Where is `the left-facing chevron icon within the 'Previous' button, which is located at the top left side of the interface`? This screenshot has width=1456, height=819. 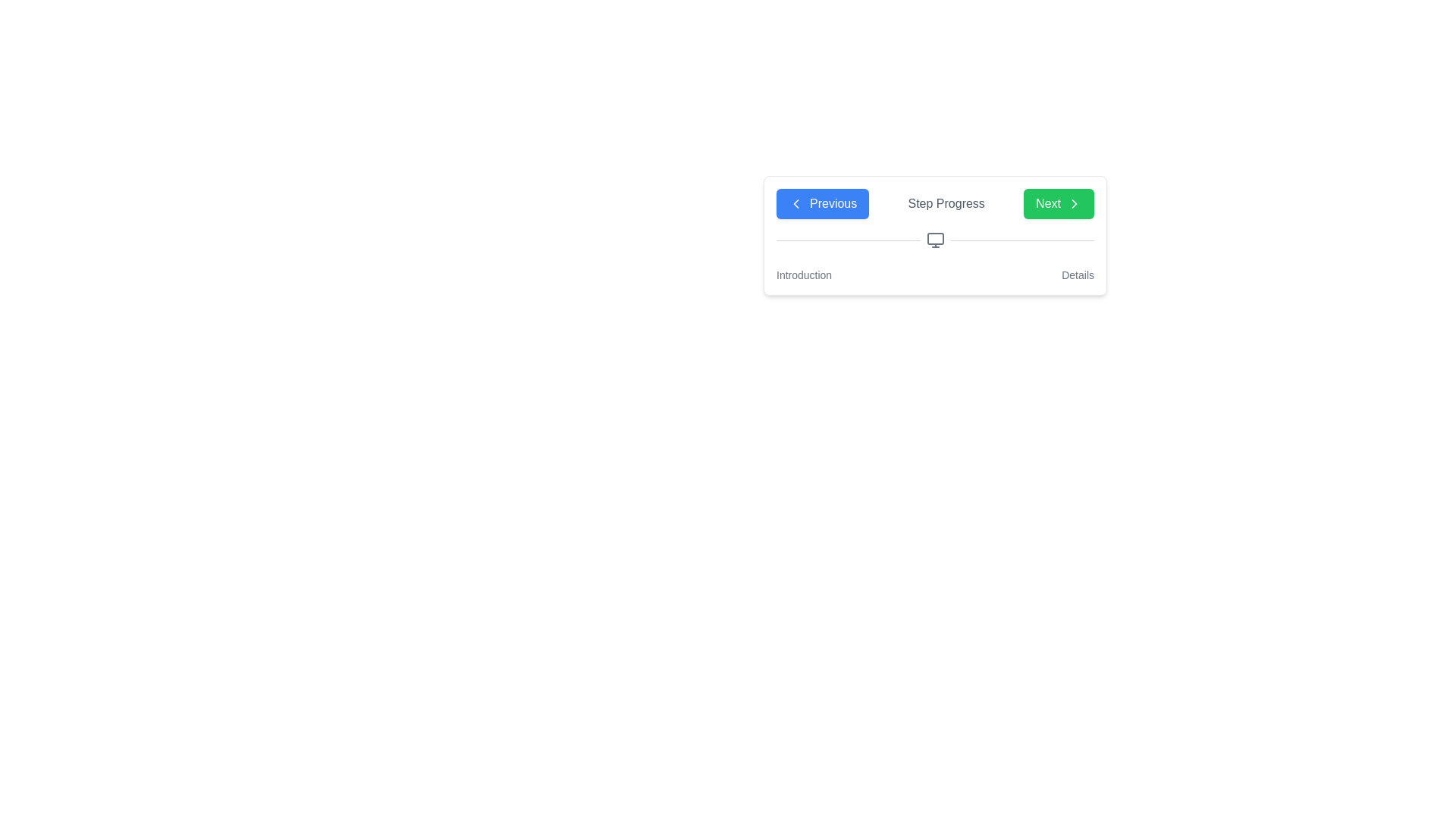
the left-facing chevron icon within the 'Previous' button, which is located at the top left side of the interface is located at coordinates (795, 203).